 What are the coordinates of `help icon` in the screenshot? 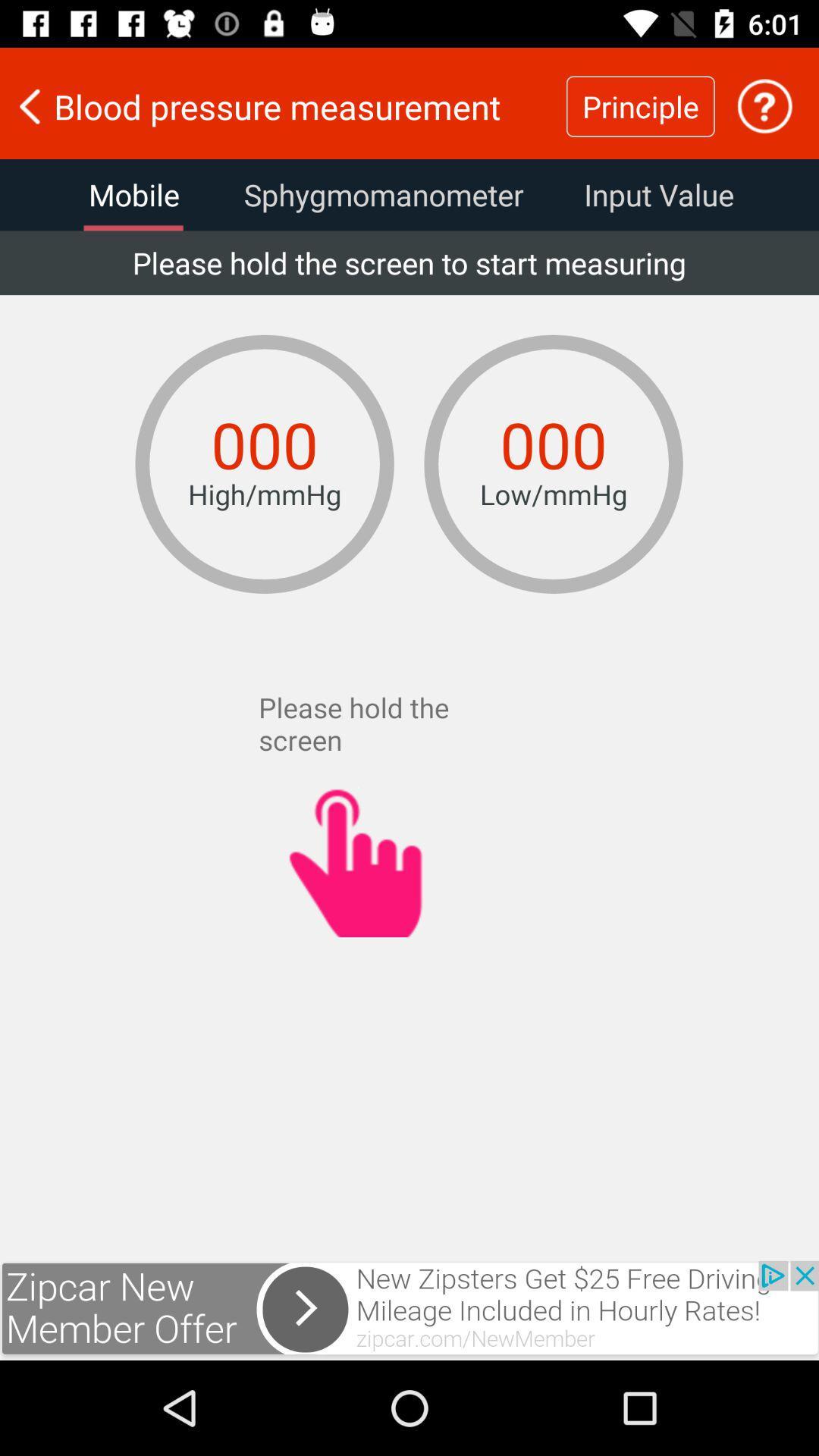 It's located at (764, 105).